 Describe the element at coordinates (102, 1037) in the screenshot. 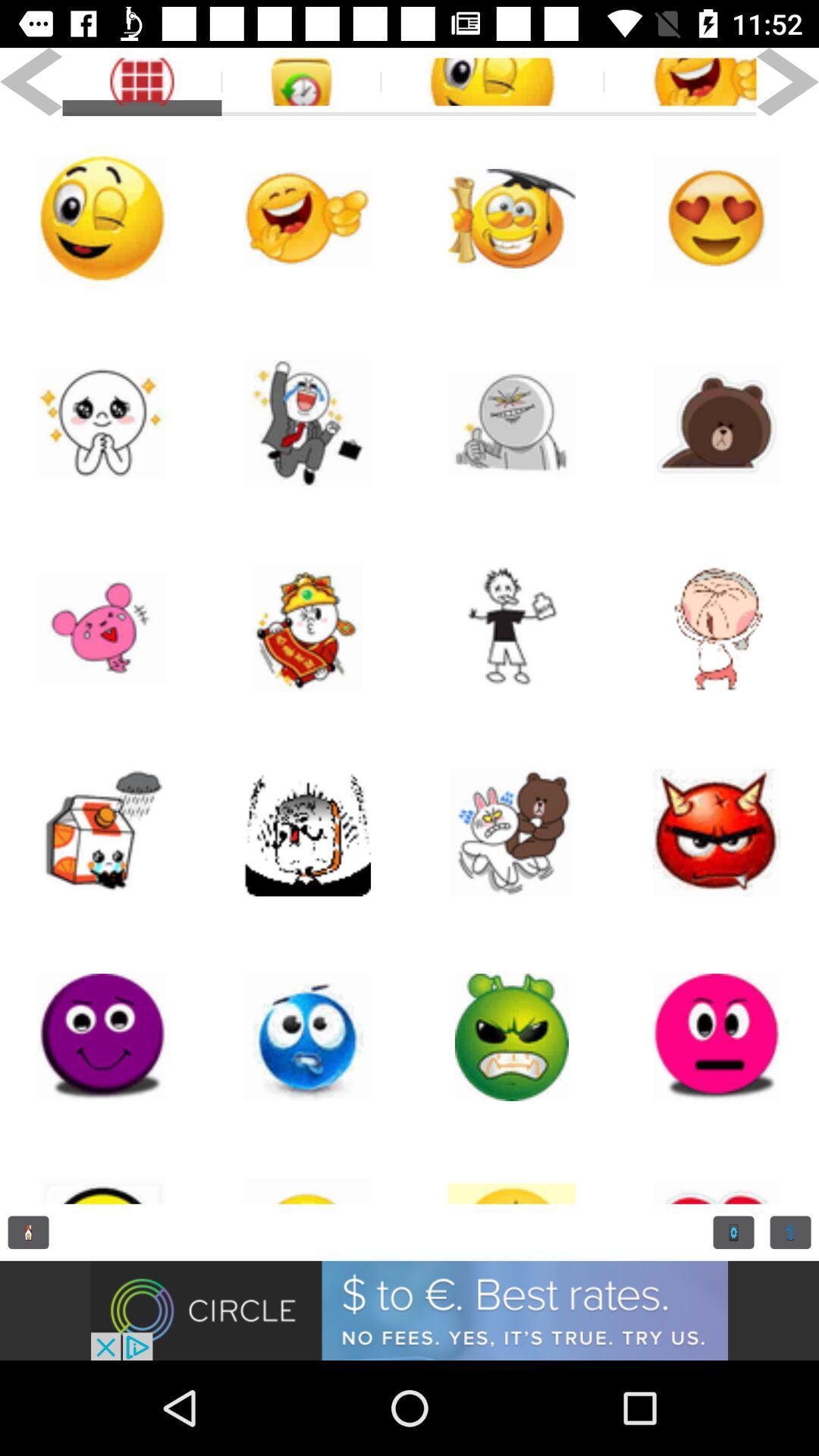

I see `purple smiley emoji` at that location.